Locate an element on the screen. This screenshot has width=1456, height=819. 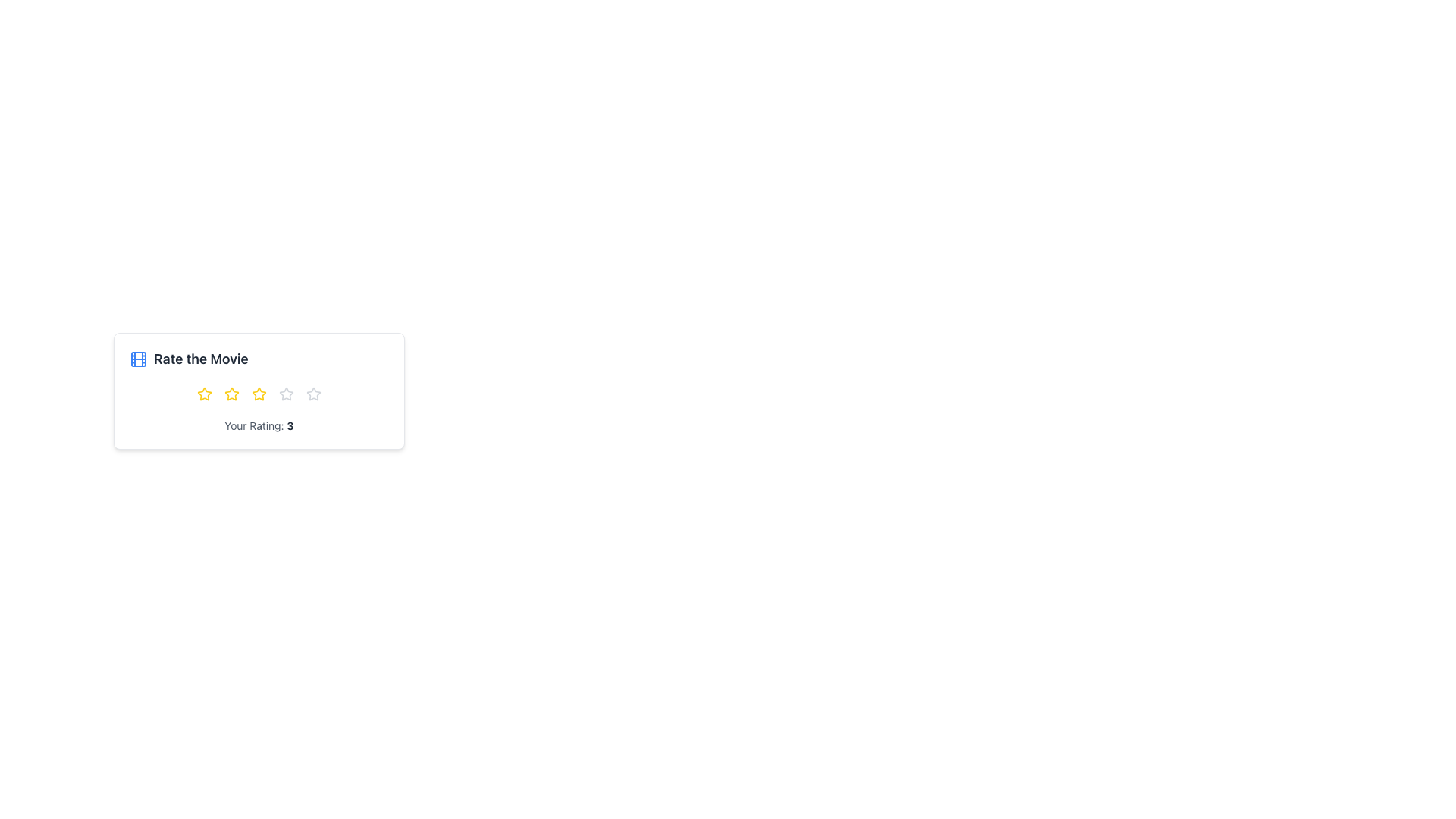
the third star icon in the 'Rate the Movie' section is located at coordinates (231, 394).